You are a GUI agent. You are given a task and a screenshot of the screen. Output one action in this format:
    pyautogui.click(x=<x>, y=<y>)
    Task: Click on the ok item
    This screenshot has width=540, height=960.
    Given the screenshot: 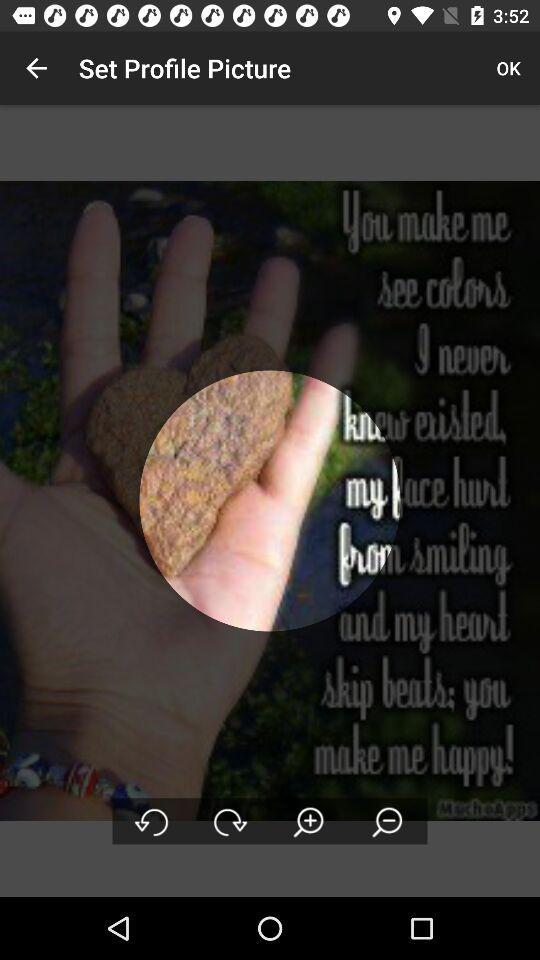 What is the action you would take?
    pyautogui.click(x=508, y=68)
    